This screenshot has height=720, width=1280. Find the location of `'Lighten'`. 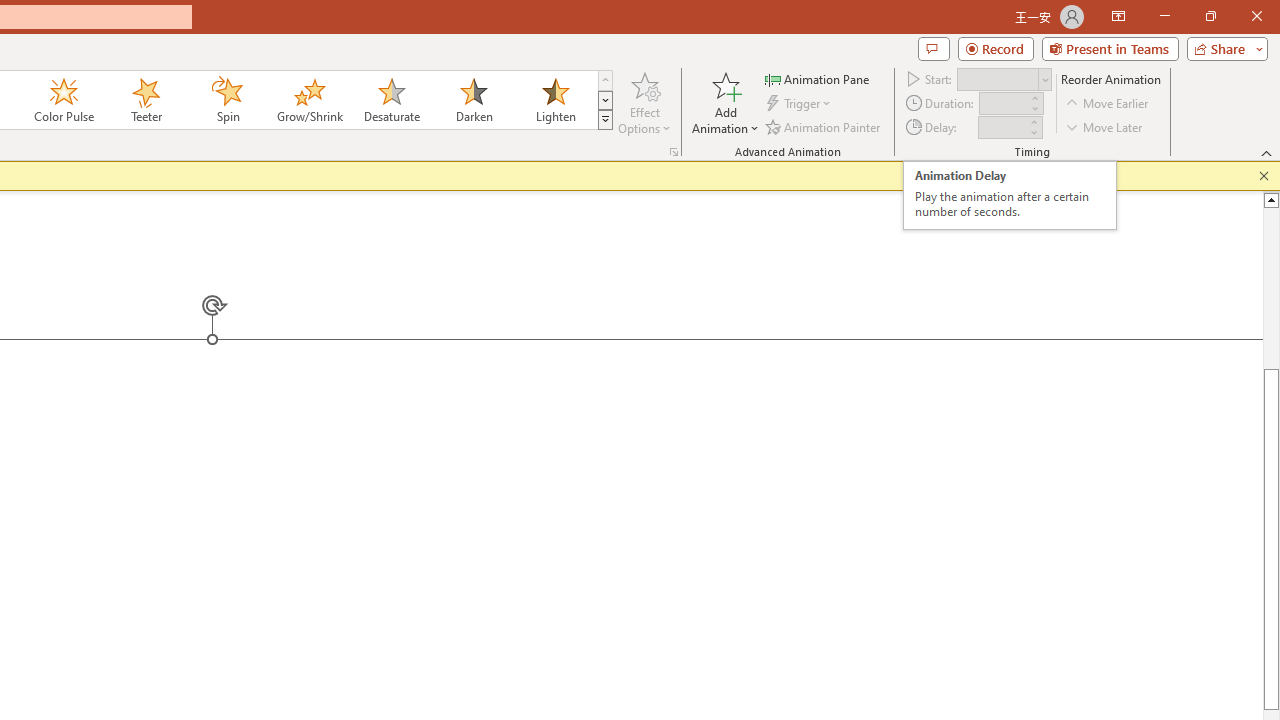

'Lighten' is located at coordinates (555, 100).